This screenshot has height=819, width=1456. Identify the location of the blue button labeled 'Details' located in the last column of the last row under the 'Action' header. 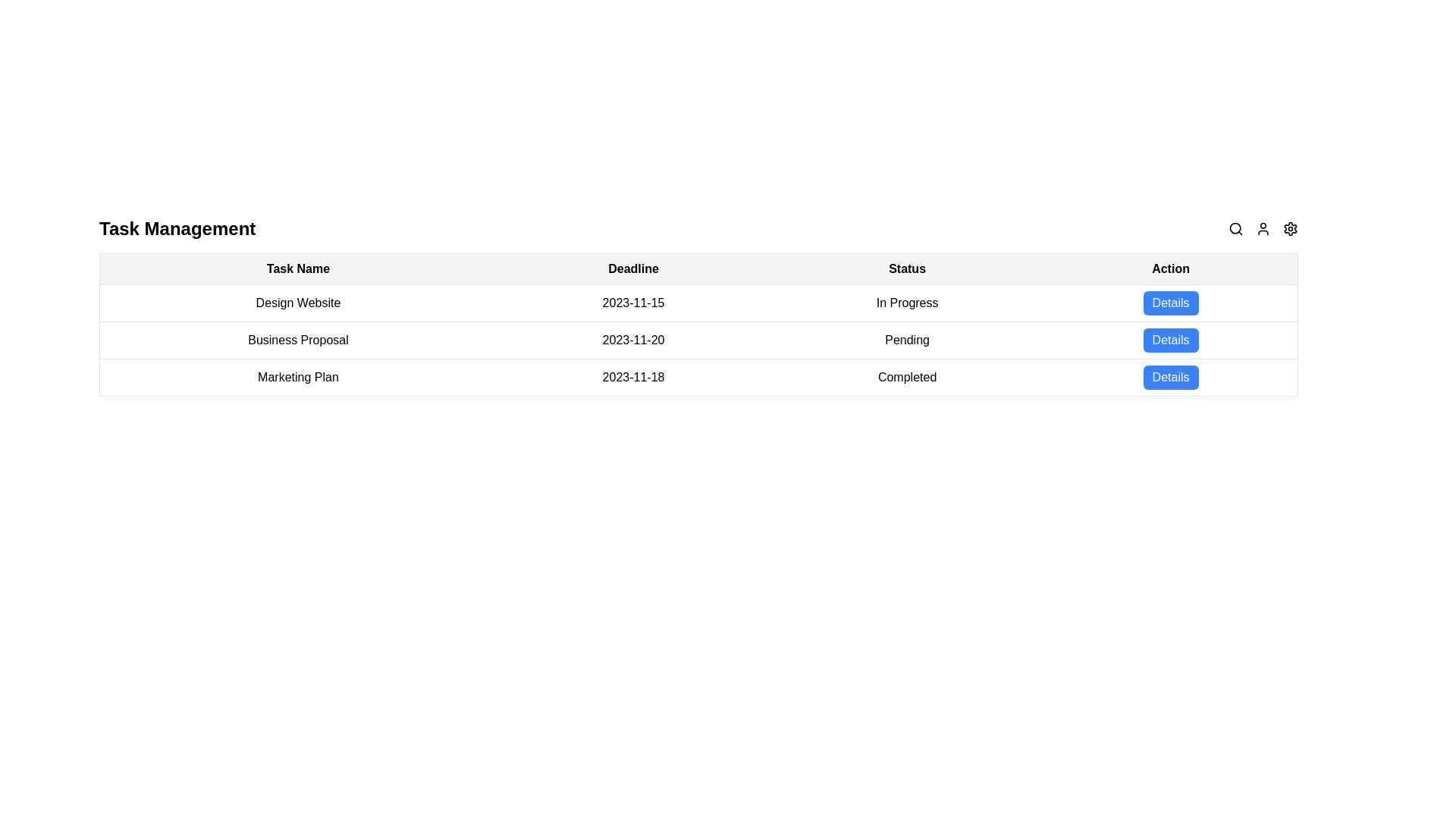
(1170, 376).